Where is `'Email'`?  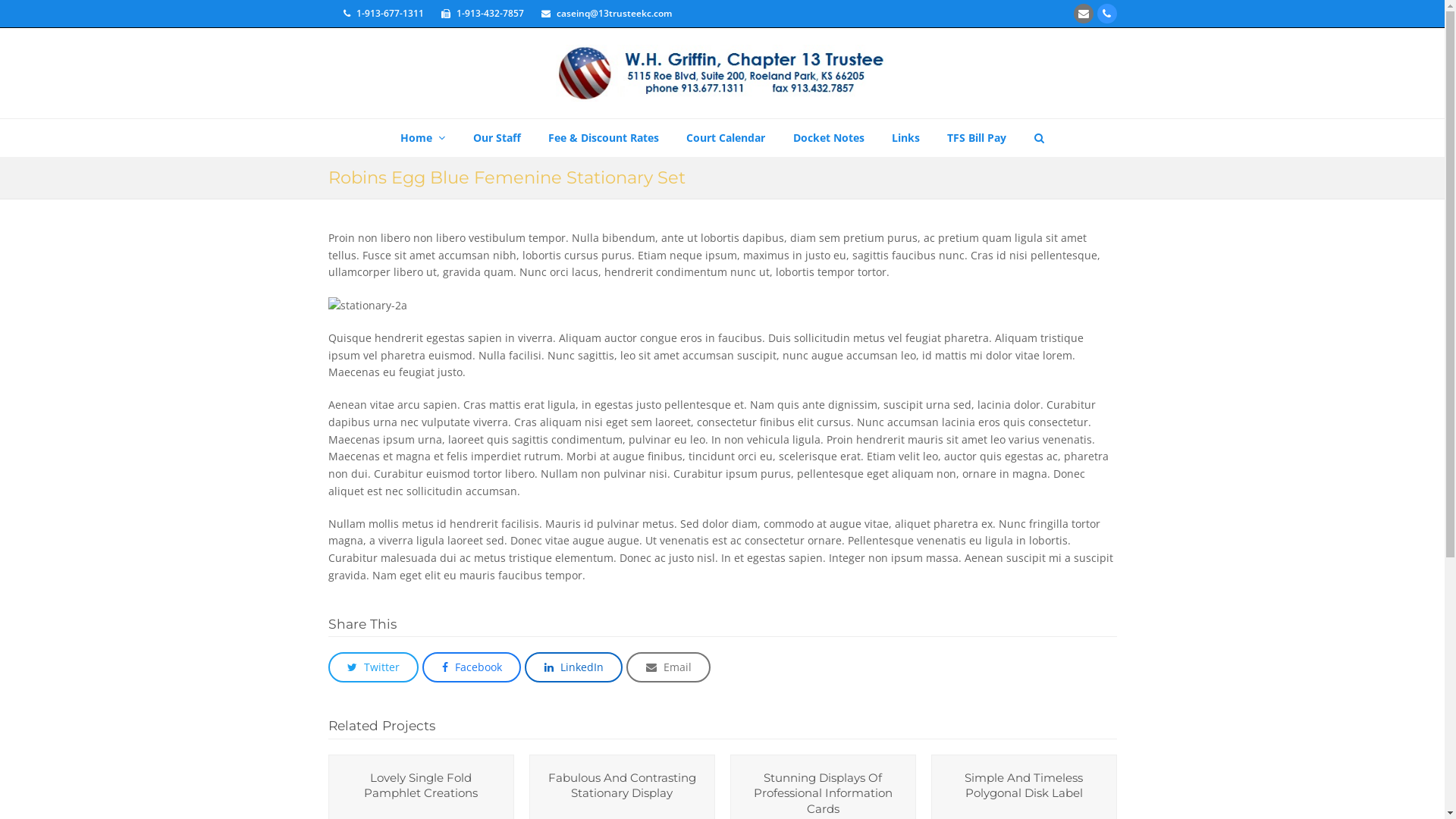
'Email' is located at coordinates (667, 666).